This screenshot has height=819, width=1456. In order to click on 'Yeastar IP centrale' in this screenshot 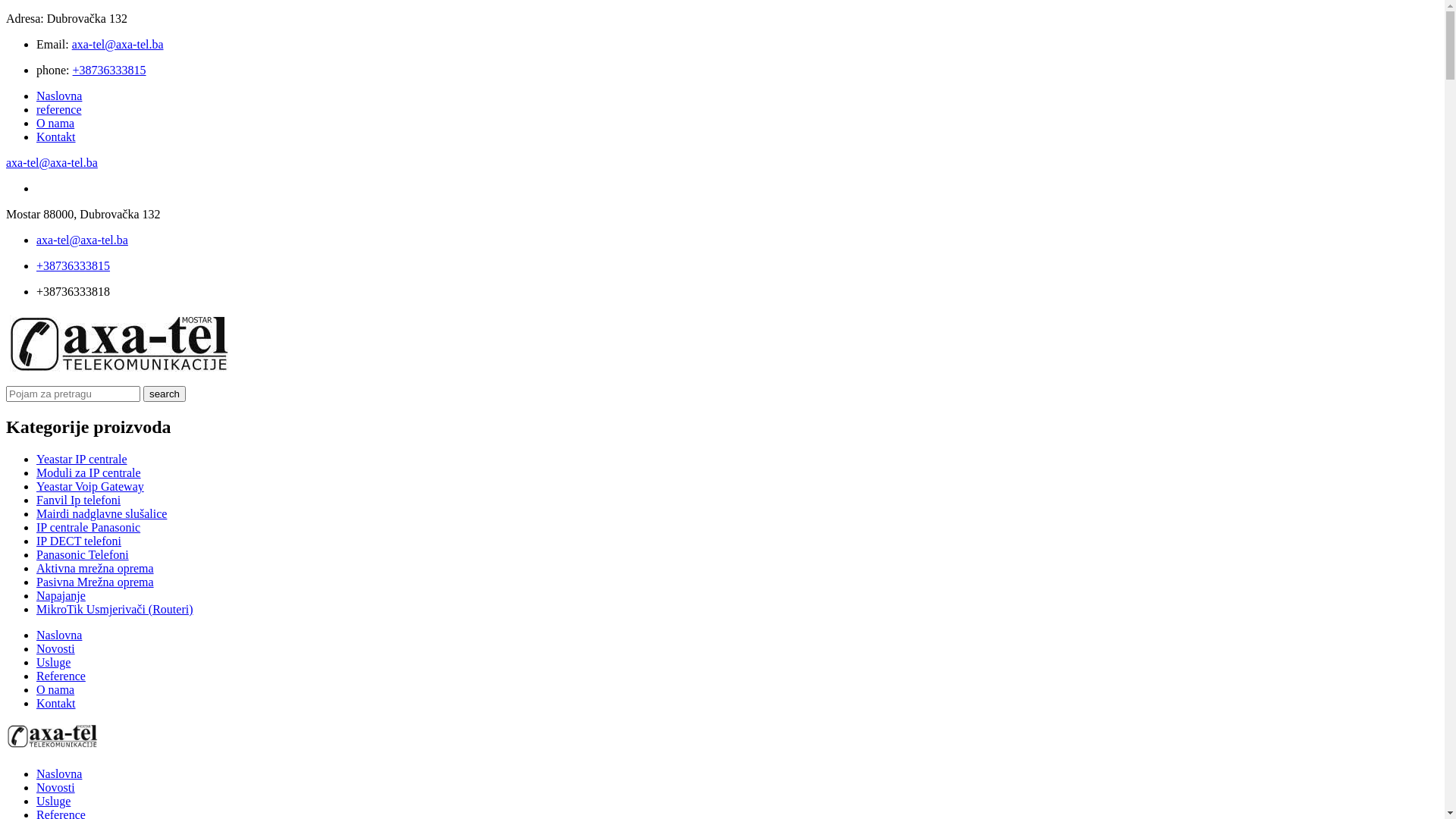, I will do `click(80, 458)`.